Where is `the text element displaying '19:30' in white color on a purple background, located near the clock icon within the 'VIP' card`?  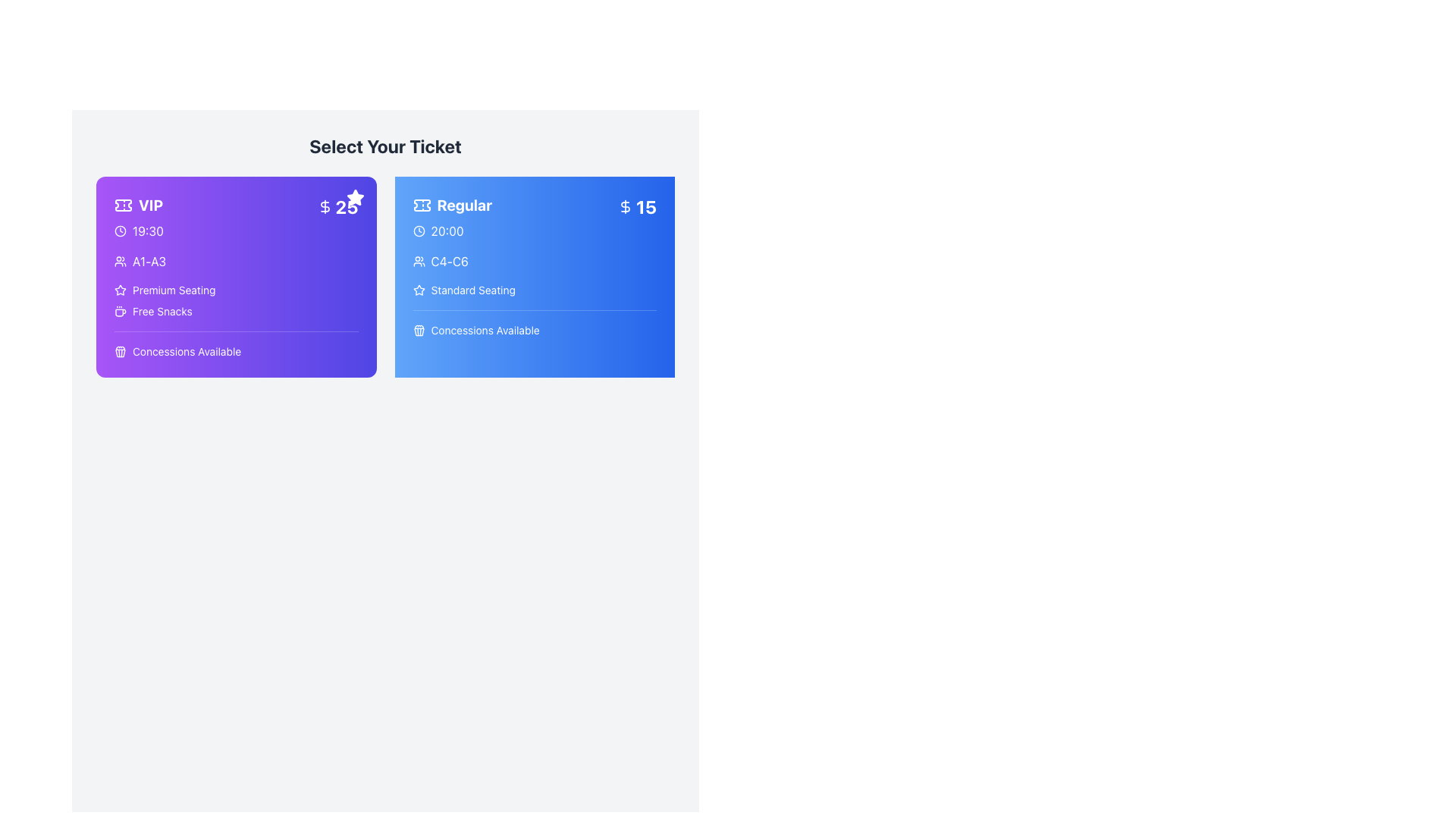
the text element displaying '19:30' in white color on a purple background, located near the clock icon within the 'VIP' card is located at coordinates (148, 231).